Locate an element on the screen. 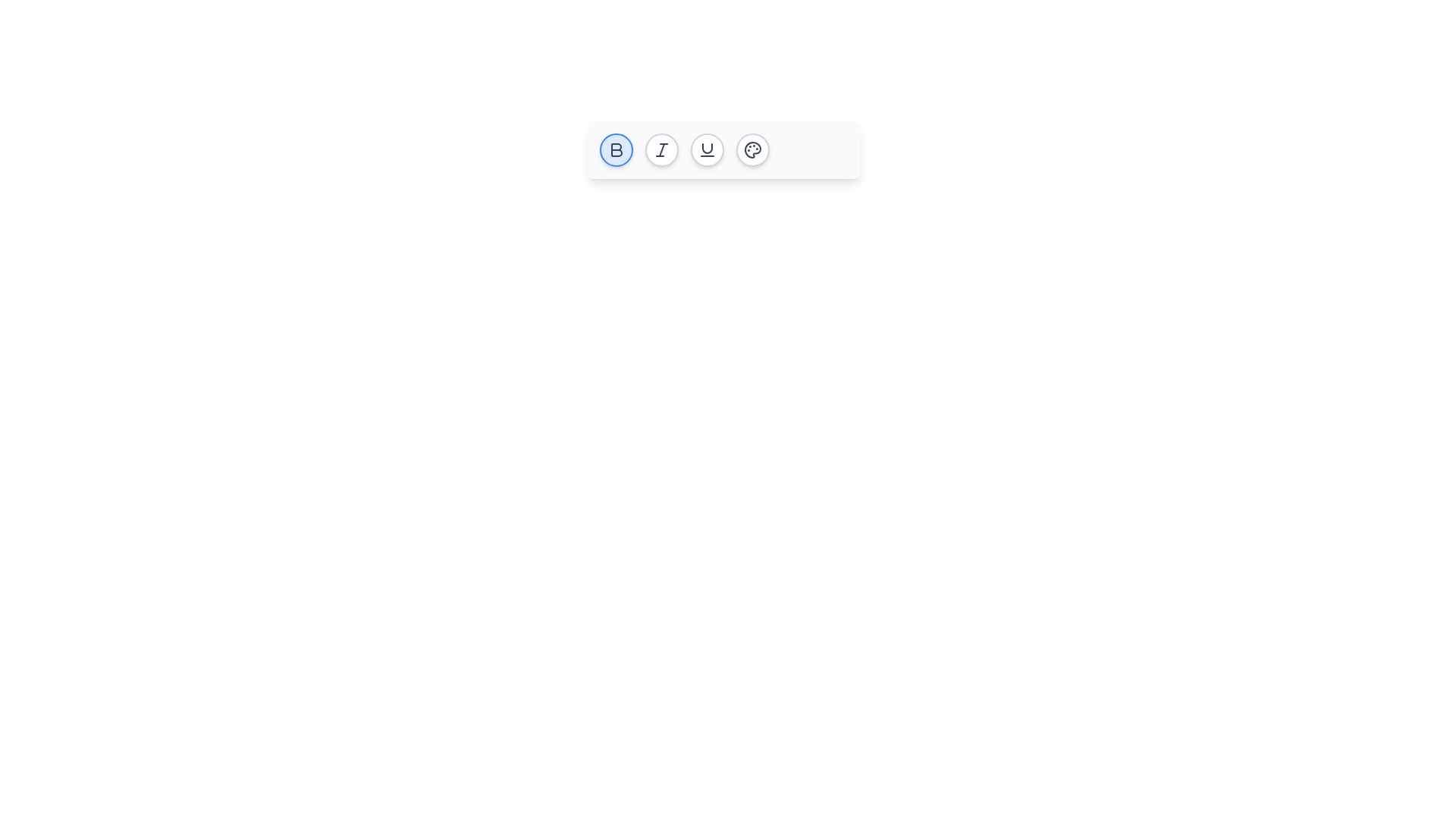  the small vertical line segment inside the italic formatting icon in the toolbar, which is the second icon from the left is located at coordinates (662, 149).